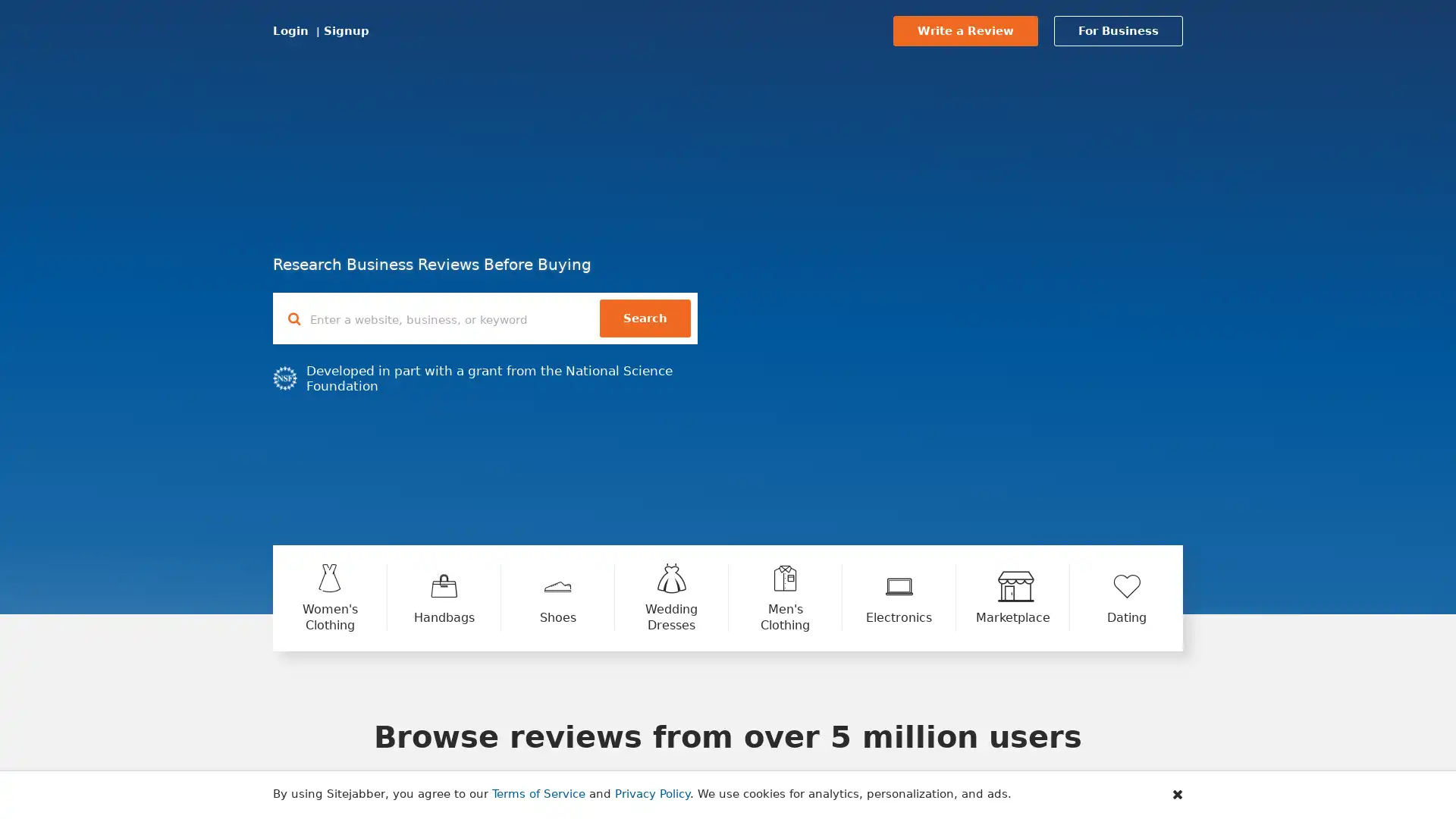  I want to click on Search, so click(645, 318).